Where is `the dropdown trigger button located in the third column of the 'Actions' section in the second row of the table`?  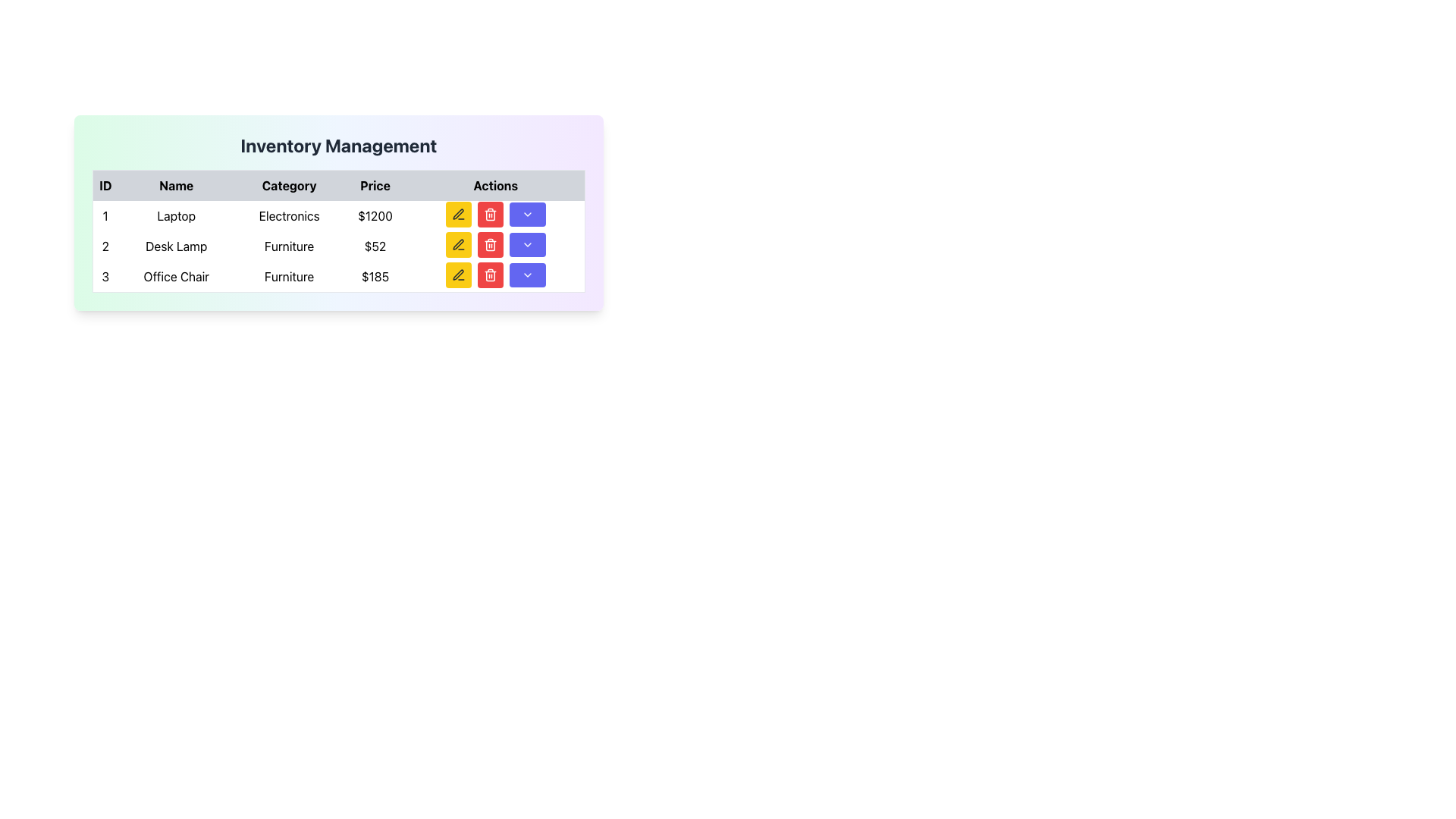 the dropdown trigger button located in the third column of the 'Actions' section in the second row of the table is located at coordinates (527, 244).